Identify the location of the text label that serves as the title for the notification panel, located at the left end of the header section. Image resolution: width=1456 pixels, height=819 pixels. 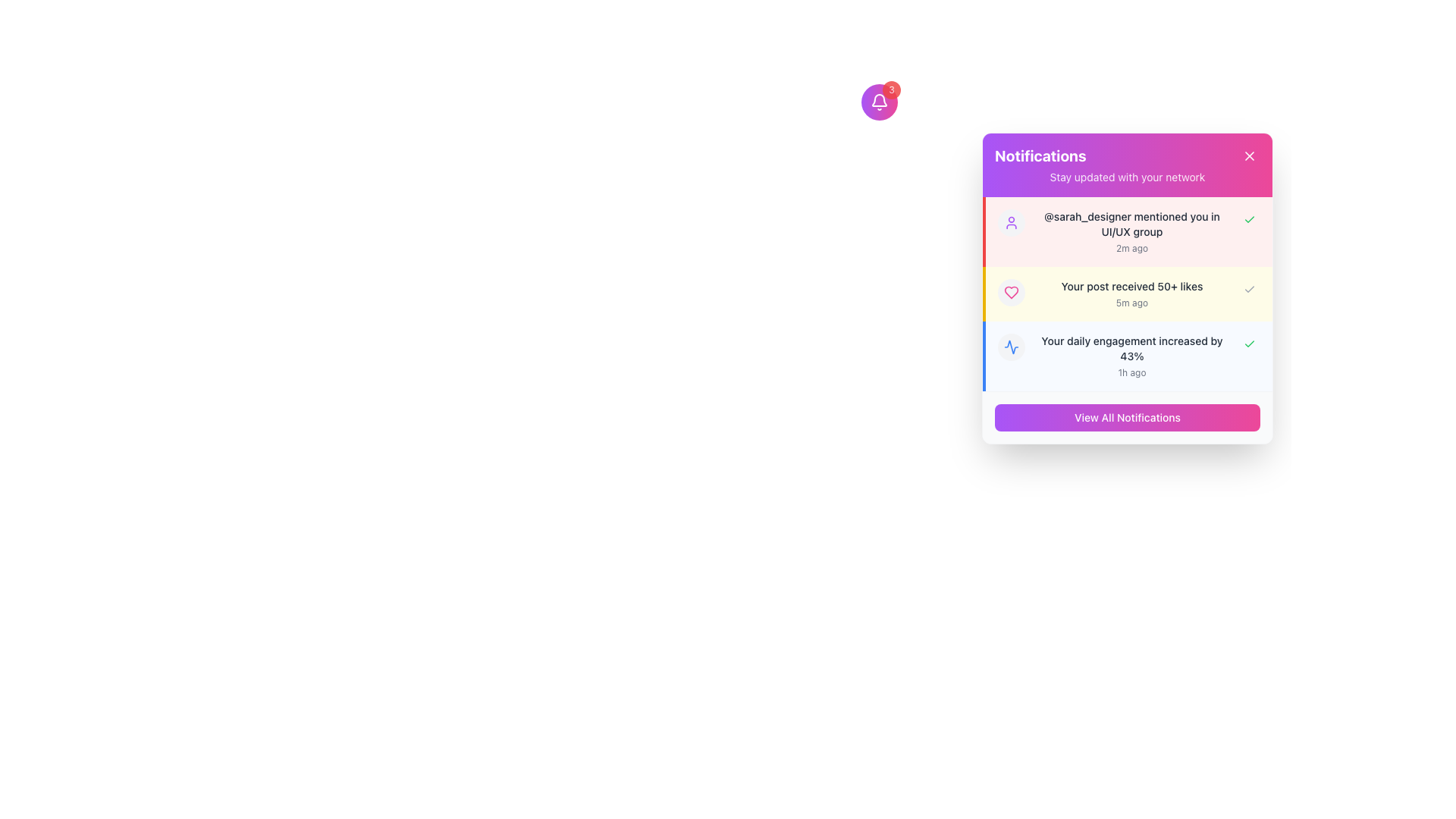
(1040, 155).